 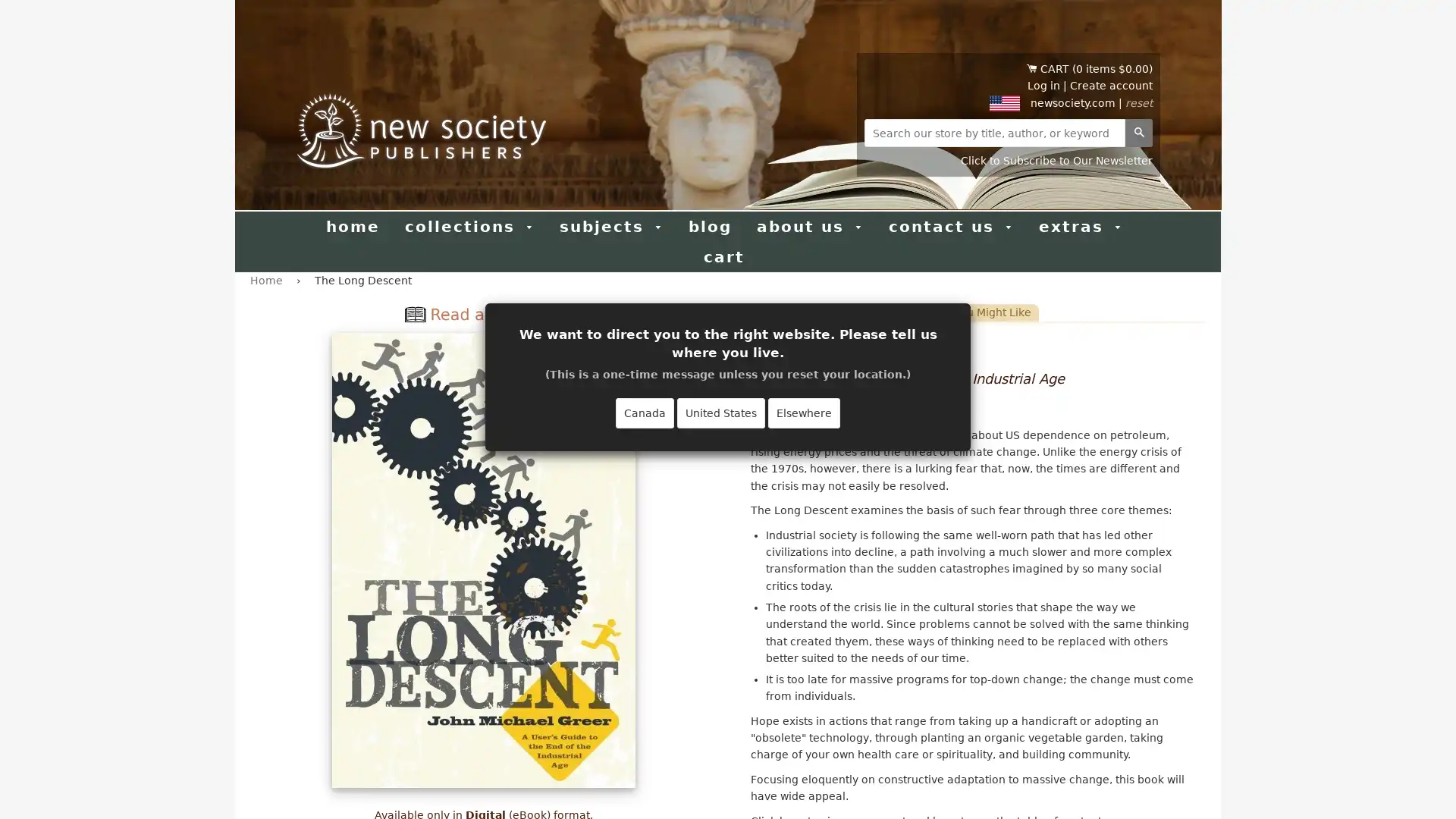 I want to click on Canada, so click(x=645, y=413).